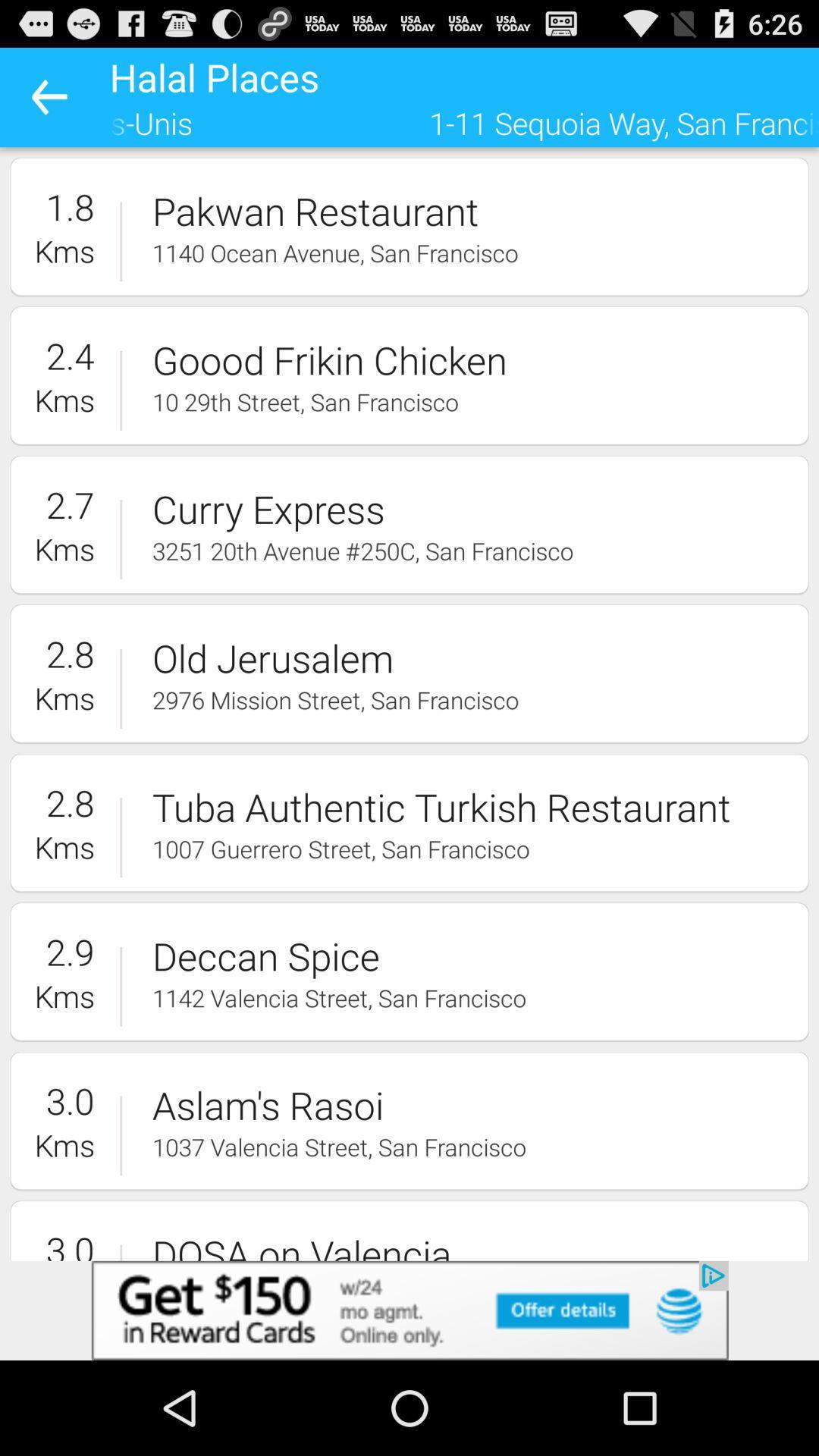 The image size is (819, 1456). I want to click on open advertisement, so click(409, 1310).